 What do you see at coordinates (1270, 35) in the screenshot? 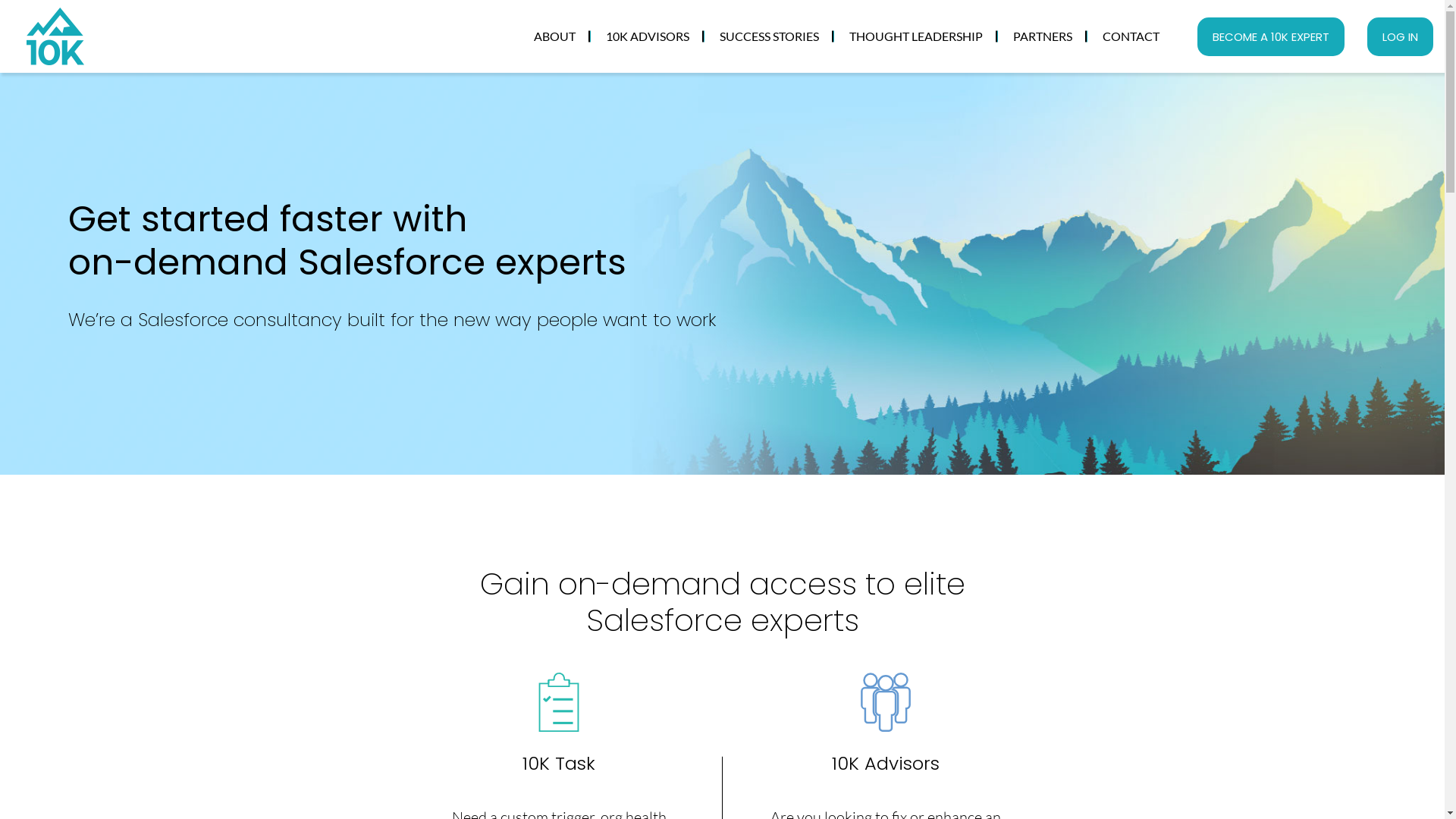
I see `'BECOME A 10K EXPERT'` at bounding box center [1270, 35].